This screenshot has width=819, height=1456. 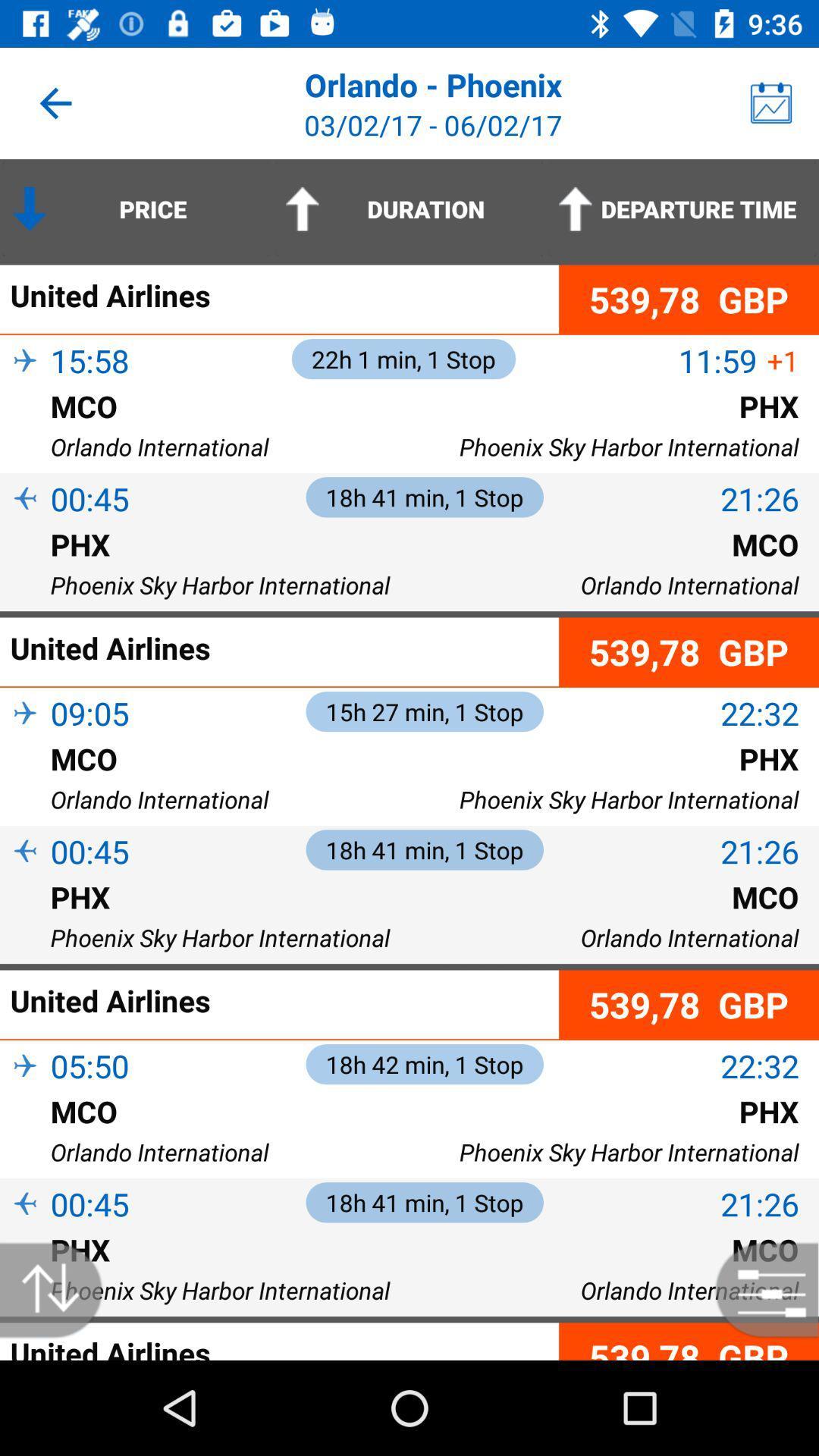 What do you see at coordinates (771, 102) in the screenshot?
I see `the item next to the orlando - phoenix item` at bounding box center [771, 102].